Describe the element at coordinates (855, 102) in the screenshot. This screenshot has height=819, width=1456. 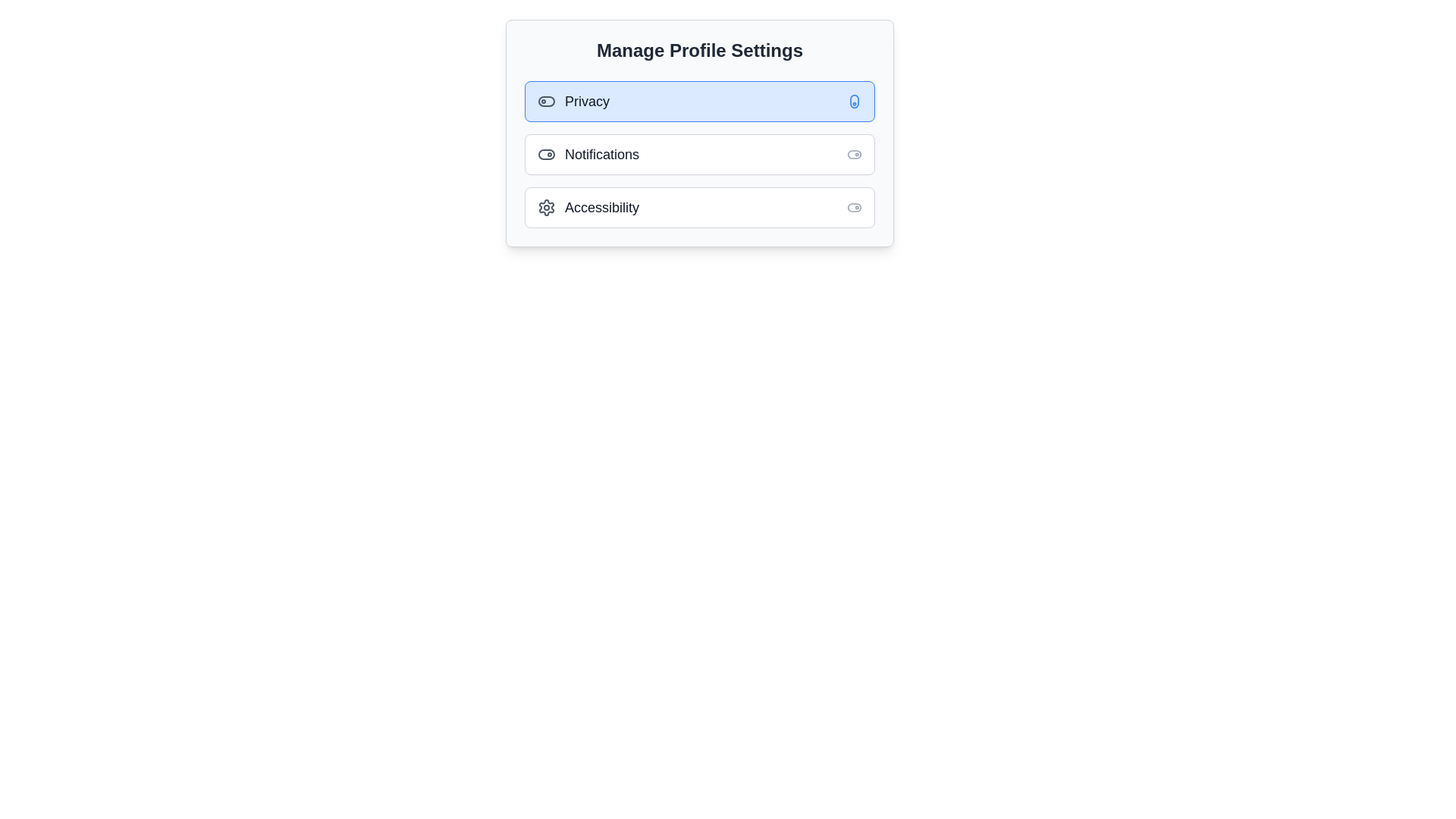
I see `the toggle switch icon located in the 'Privacy' section of the 'Manage Profile Settings' interface` at that location.